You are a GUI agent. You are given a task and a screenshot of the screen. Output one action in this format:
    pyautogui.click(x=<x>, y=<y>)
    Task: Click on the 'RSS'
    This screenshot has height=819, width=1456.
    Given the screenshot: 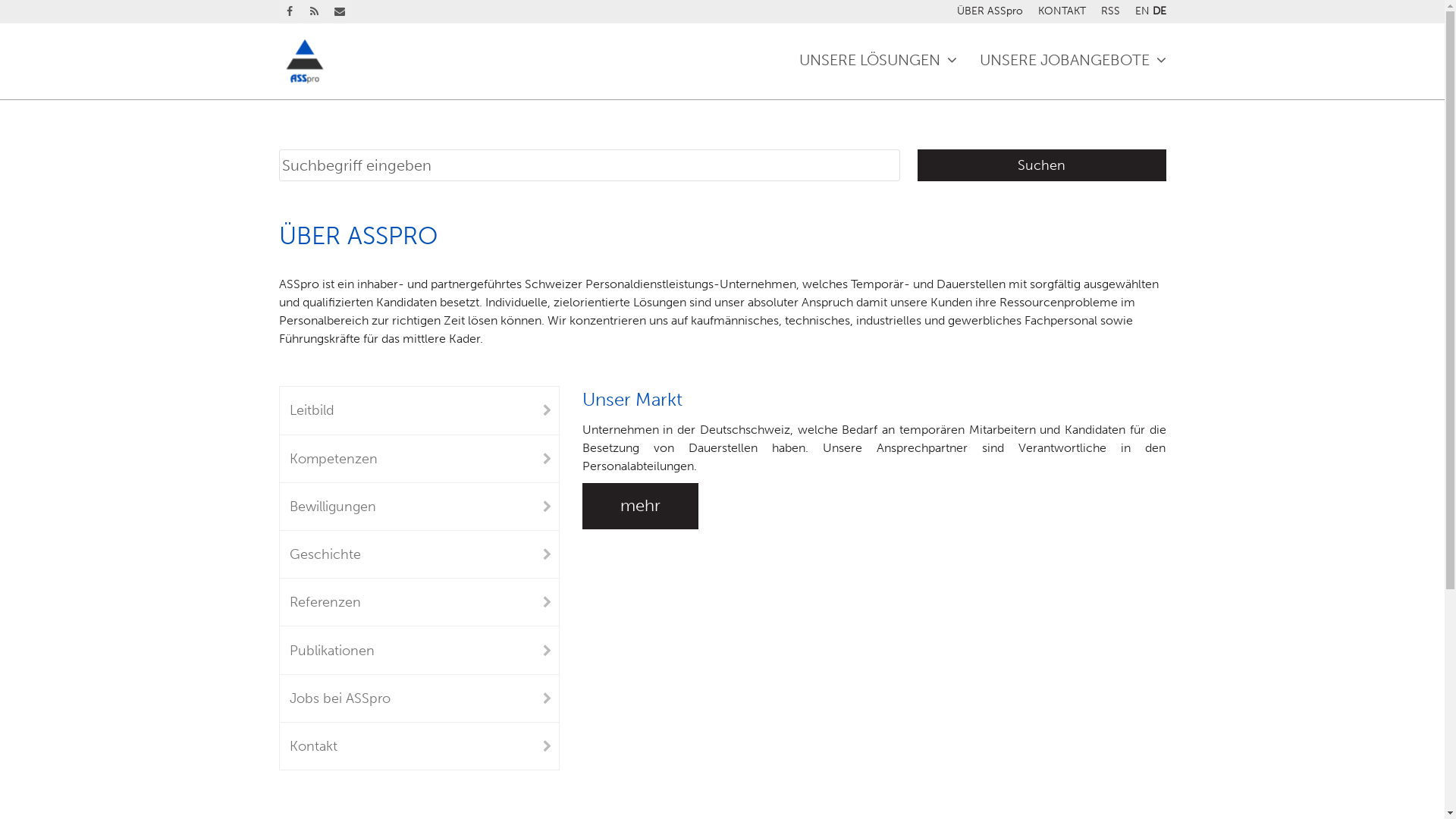 What is the action you would take?
    pyautogui.click(x=312, y=11)
    